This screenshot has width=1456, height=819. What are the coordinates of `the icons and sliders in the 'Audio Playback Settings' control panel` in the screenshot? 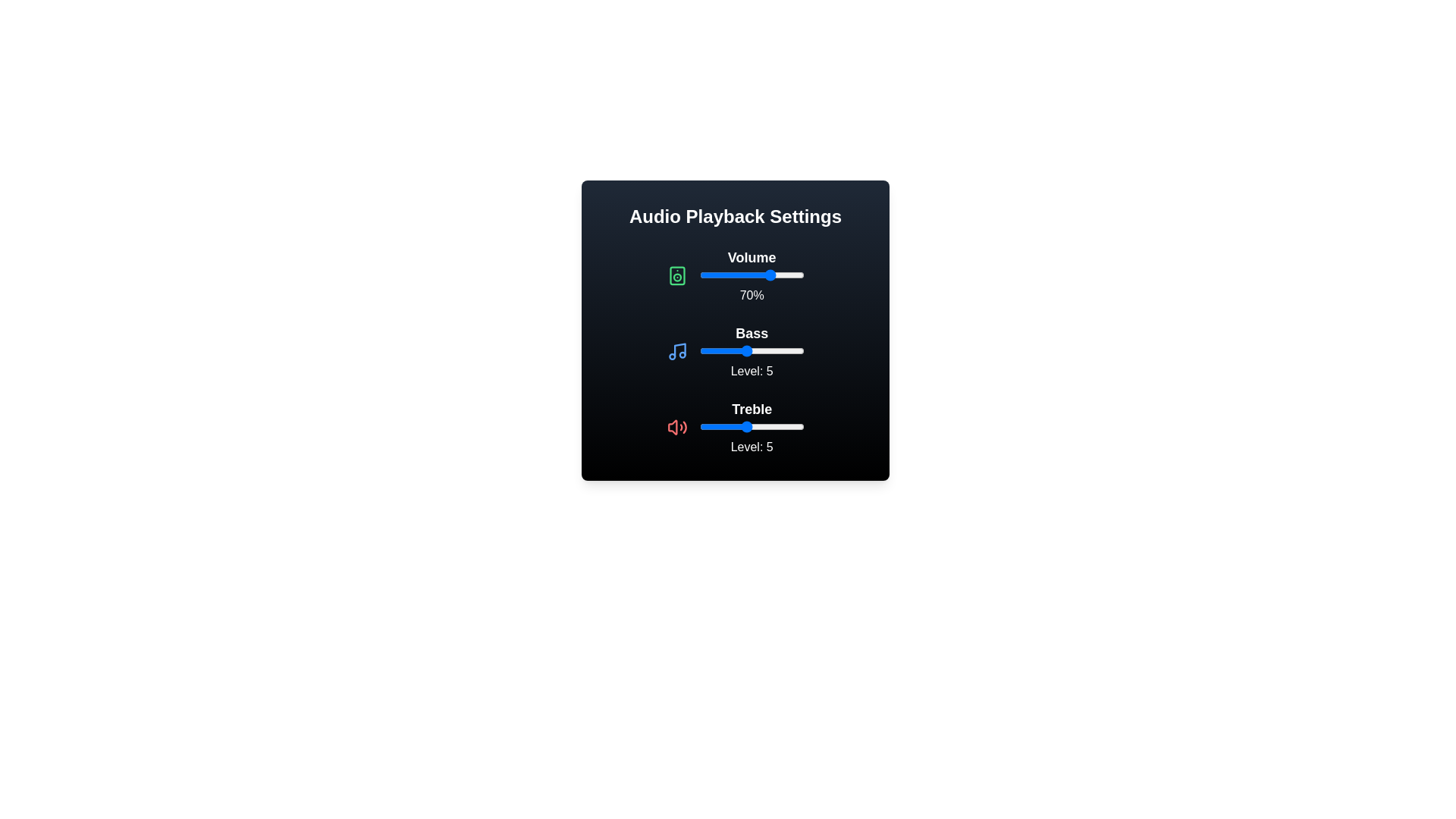 It's located at (735, 329).